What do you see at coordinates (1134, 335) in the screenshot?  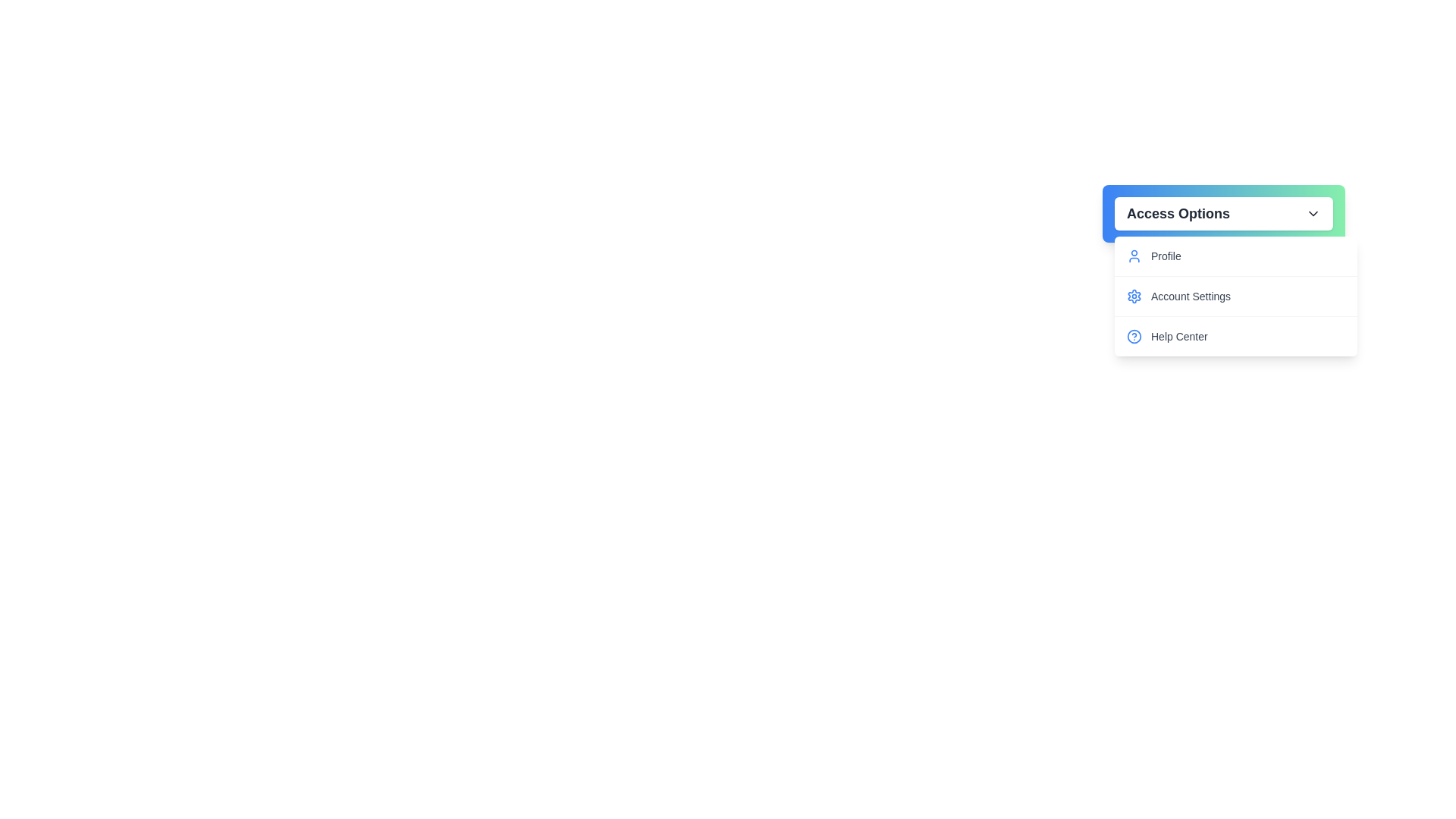 I see `the 'Help Center' icon, which is the first element` at bounding box center [1134, 335].